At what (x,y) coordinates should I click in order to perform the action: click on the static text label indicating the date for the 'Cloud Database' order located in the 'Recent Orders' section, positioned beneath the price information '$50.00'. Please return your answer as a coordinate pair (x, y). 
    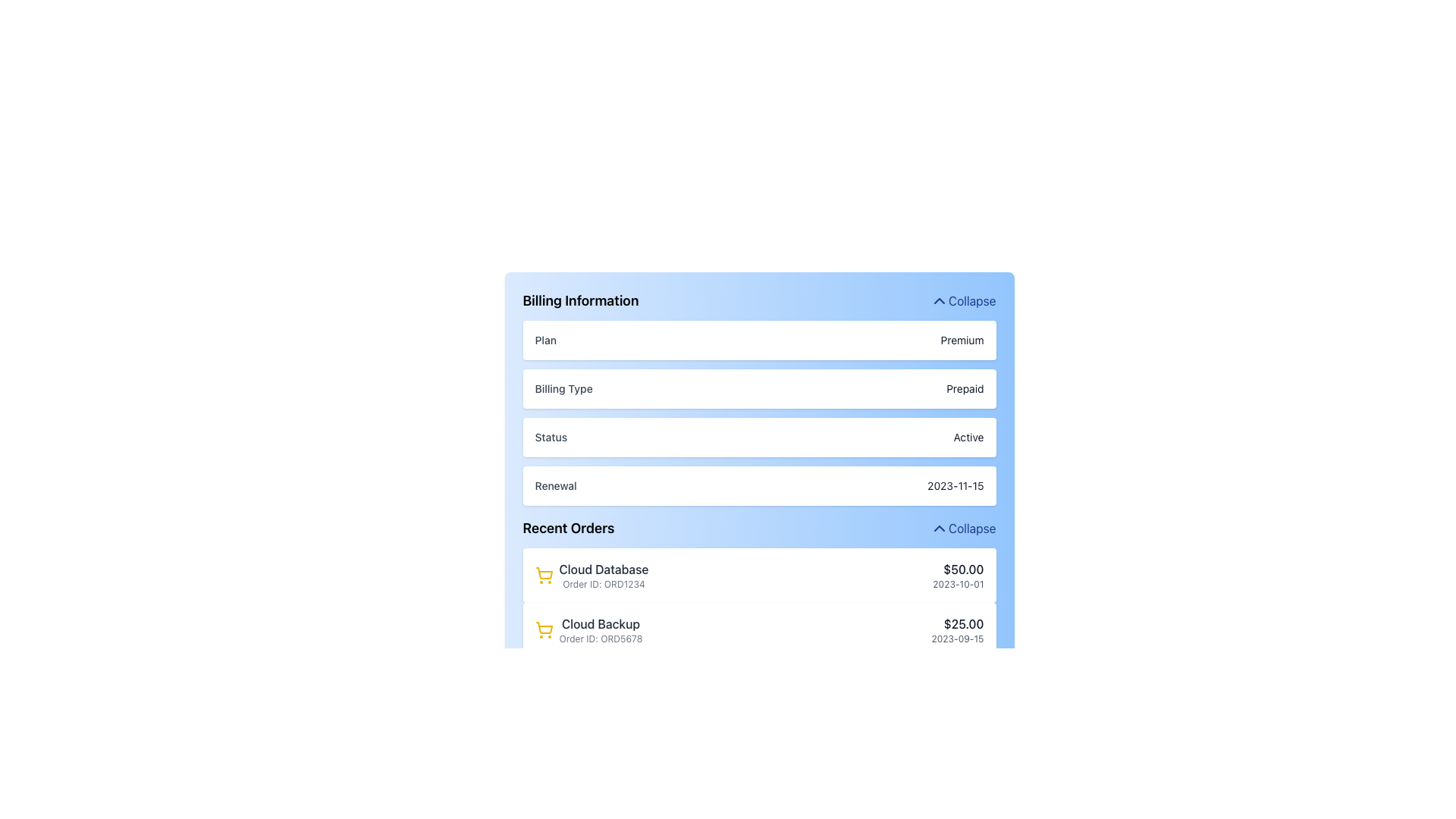
    Looking at the image, I should click on (957, 584).